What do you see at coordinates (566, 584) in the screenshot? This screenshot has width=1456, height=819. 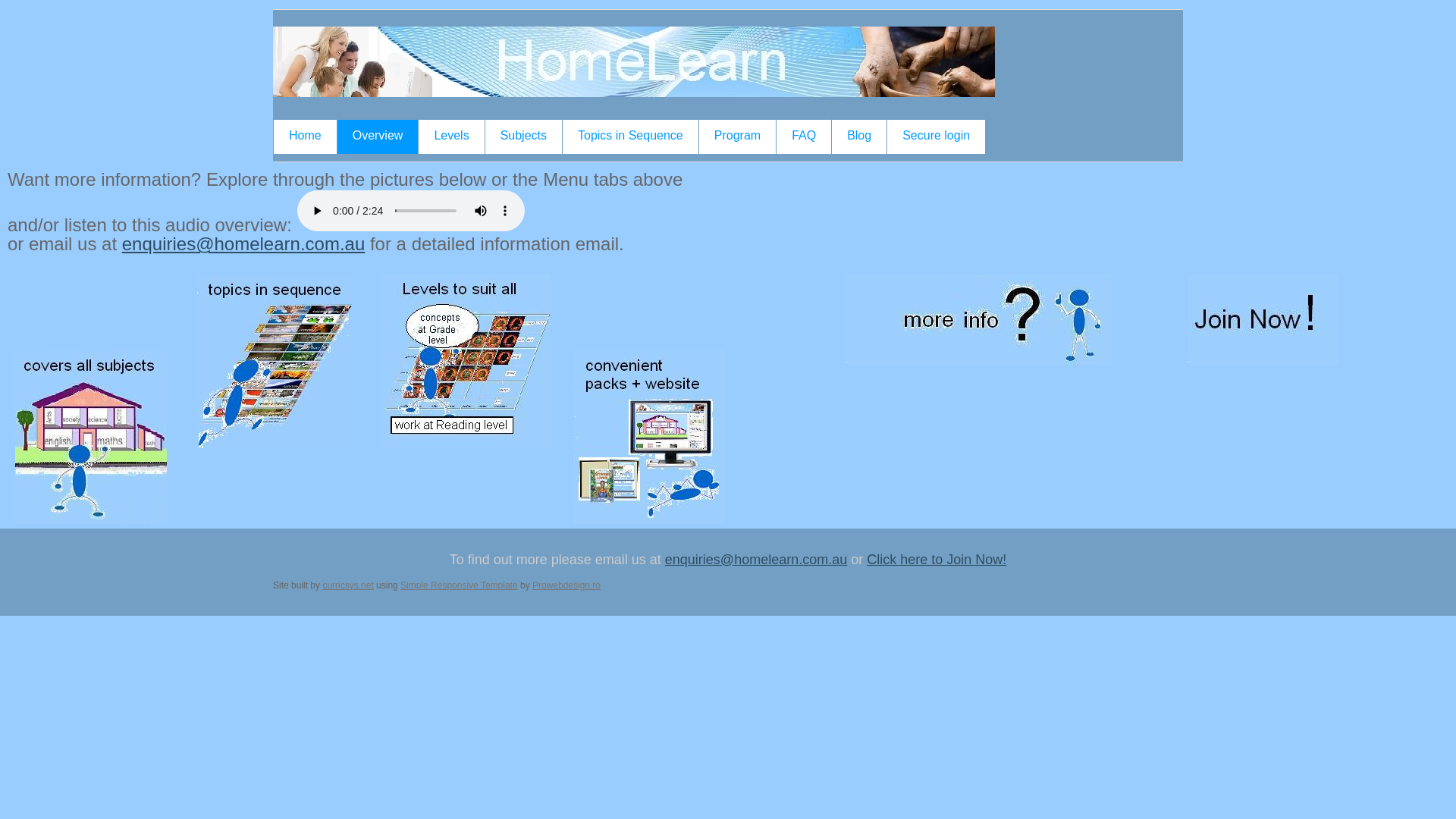 I see `'Prowebdesign.ro'` at bounding box center [566, 584].